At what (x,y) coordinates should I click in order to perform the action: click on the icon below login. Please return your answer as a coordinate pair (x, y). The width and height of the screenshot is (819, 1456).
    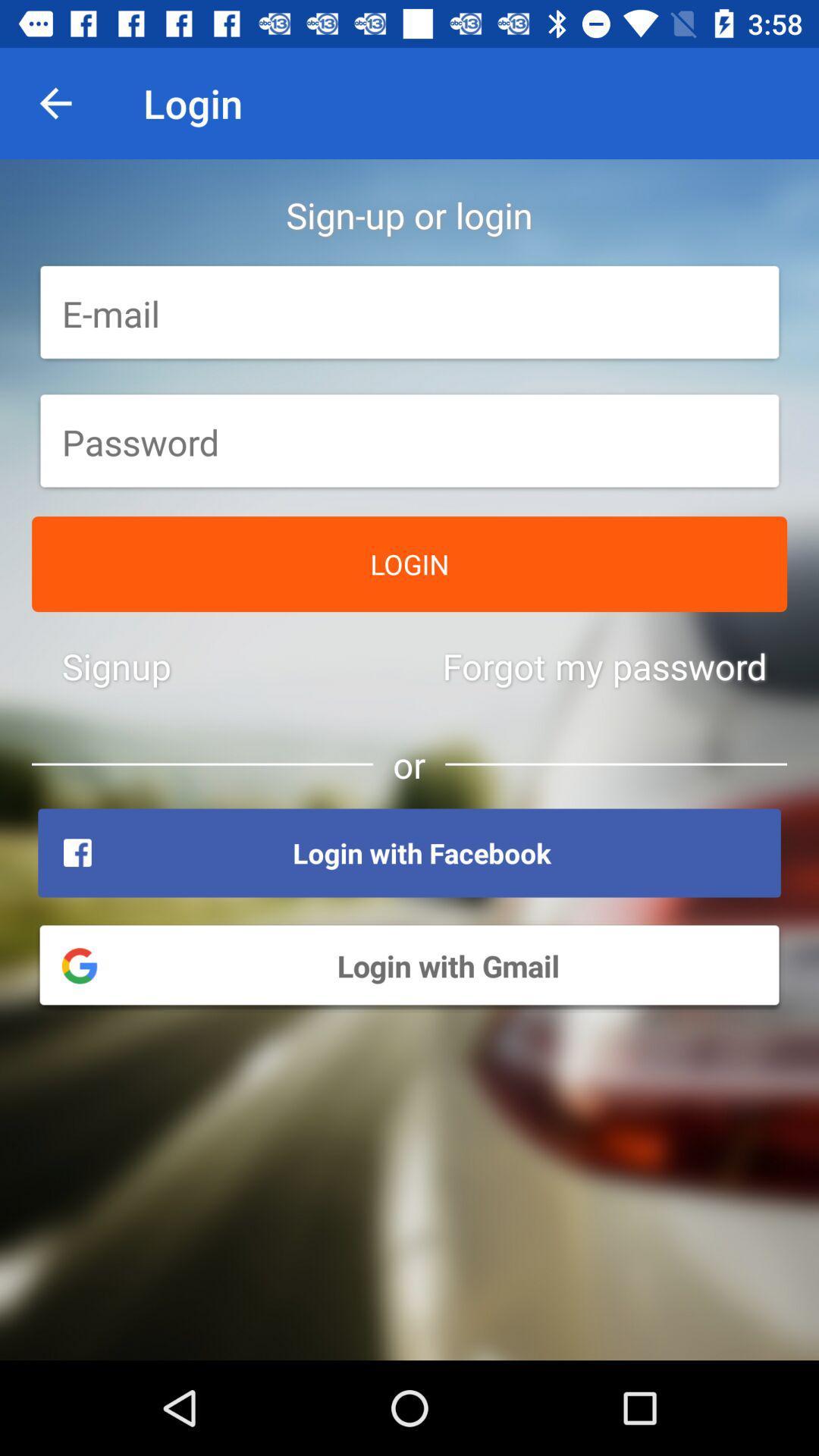
    Looking at the image, I should click on (115, 666).